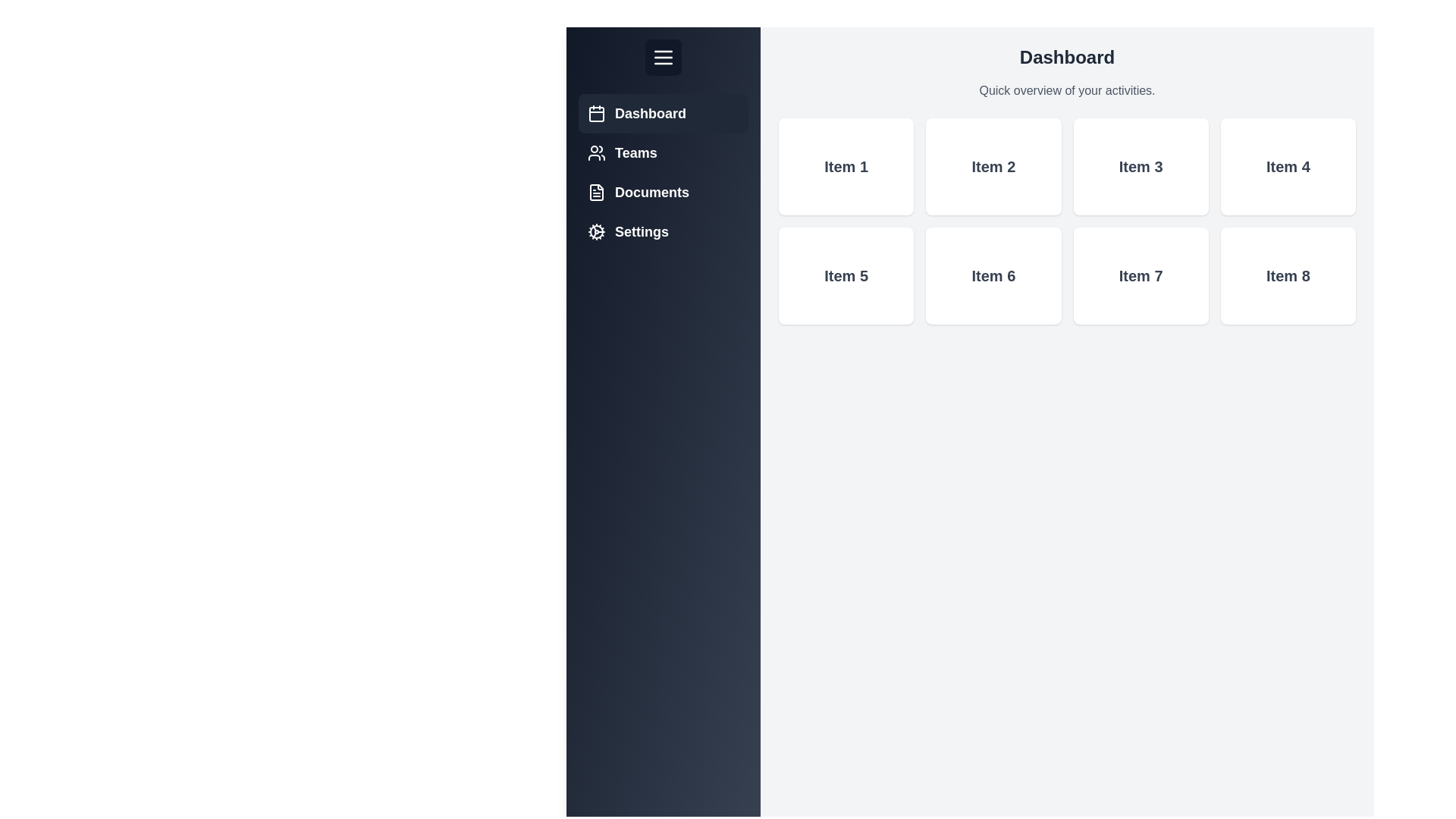  Describe the element at coordinates (663, 57) in the screenshot. I see `toggle button to open or close the navigation drawer` at that location.